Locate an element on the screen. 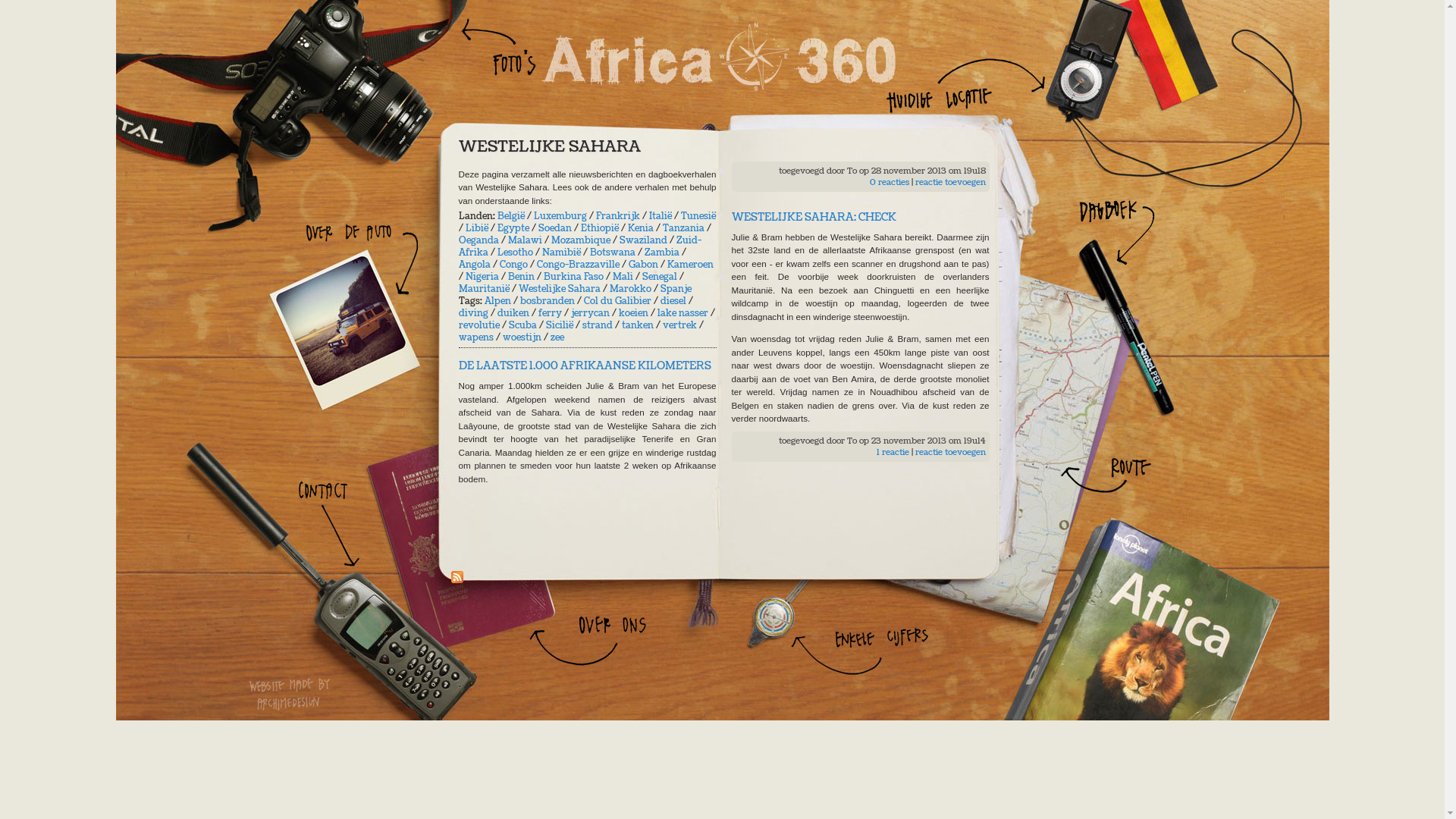 Image resolution: width=1456 pixels, height=819 pixels. 'reactie toevoegen' is located at coordinates (949, 451).